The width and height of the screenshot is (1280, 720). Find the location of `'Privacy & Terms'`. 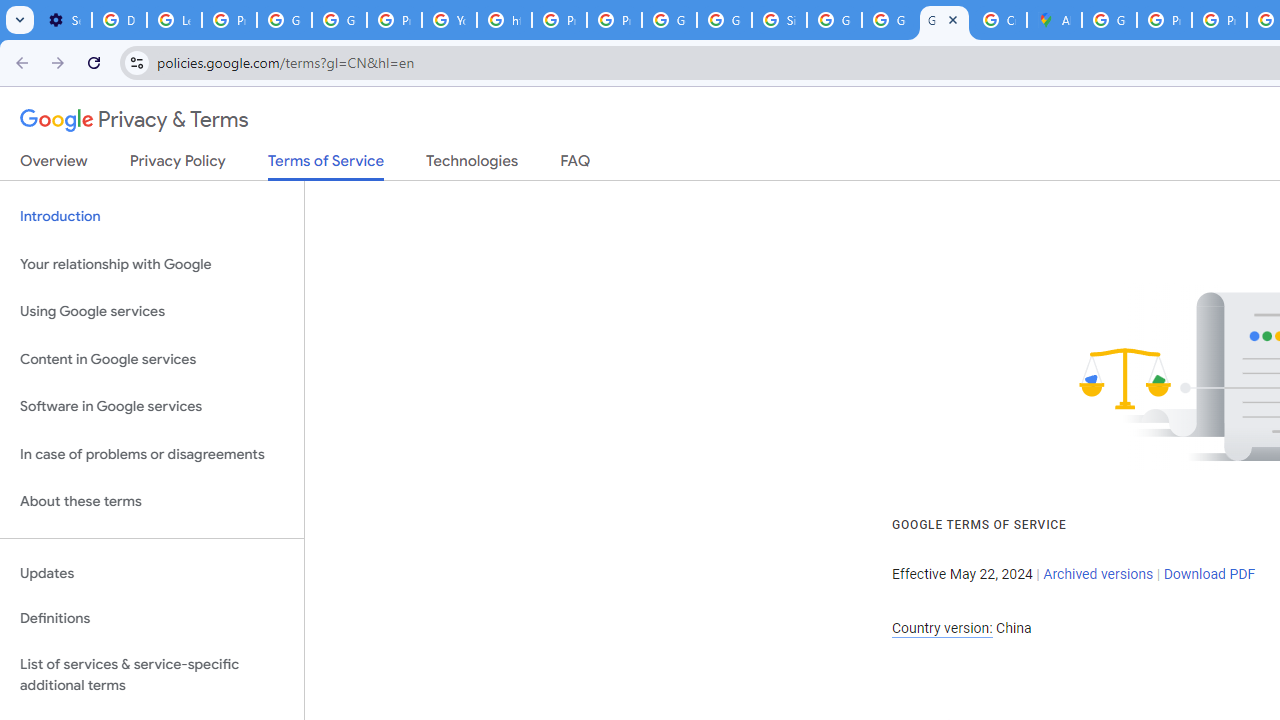

'Privacy & Terms' is located at coordinates (134, 120).